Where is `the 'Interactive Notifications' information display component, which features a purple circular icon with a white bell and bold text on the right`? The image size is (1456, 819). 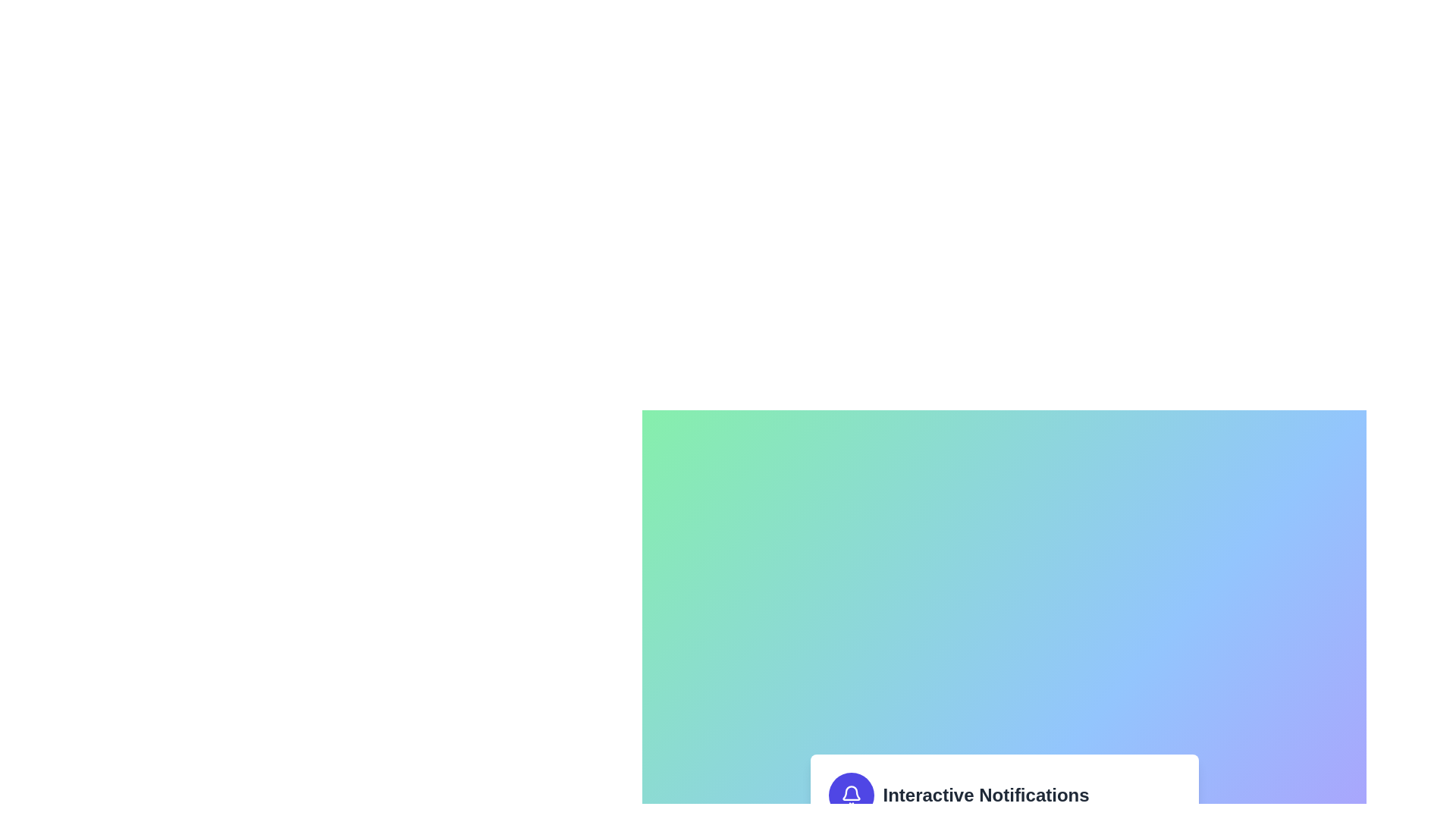
the 'Interactive Notifications' information display component, which features a purple circular icon with a white bell and bold text on the right is located at coordinates (1004, 795).